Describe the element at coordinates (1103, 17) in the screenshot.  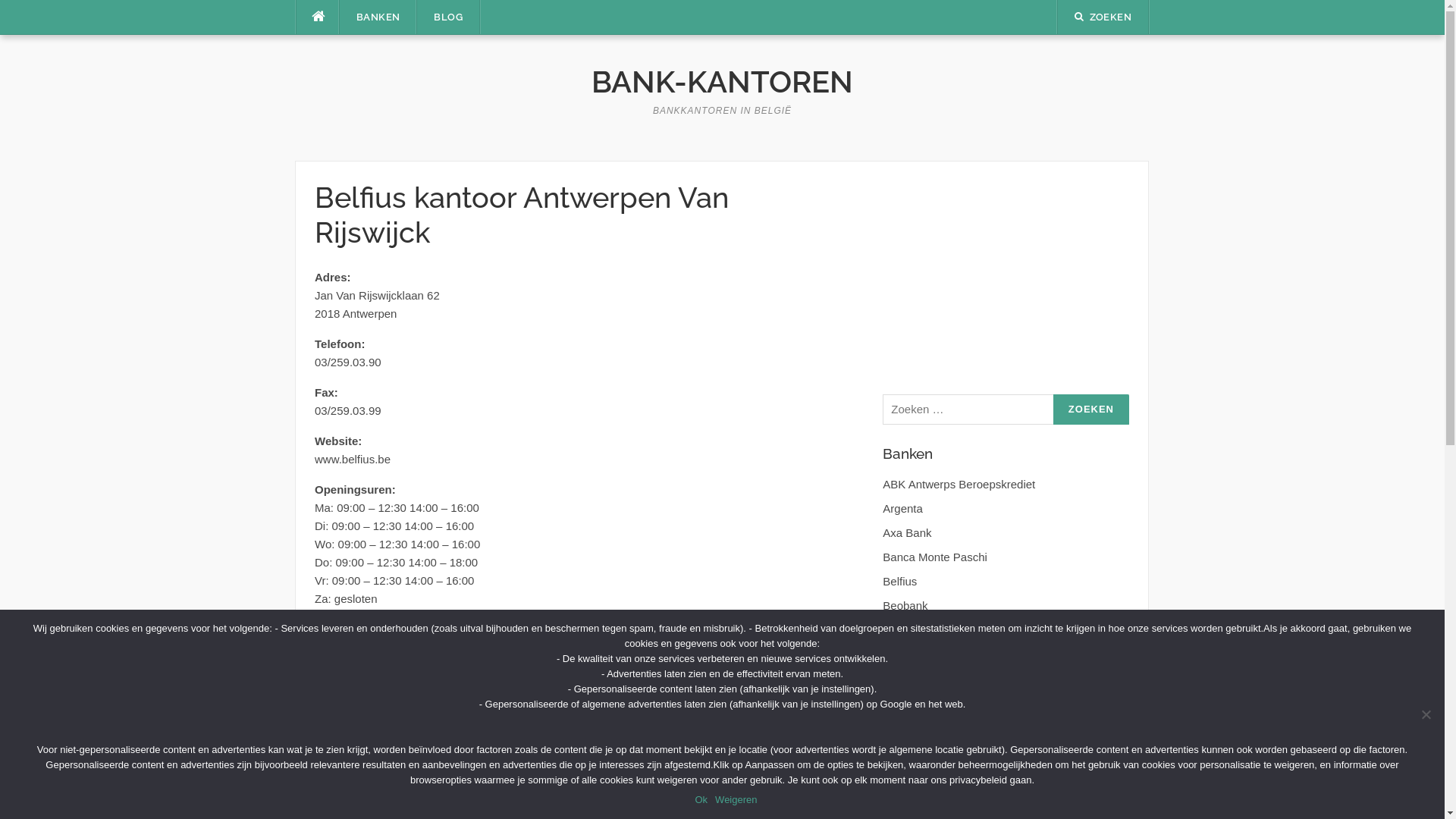
I see `'ZOEKEN'` at that location.